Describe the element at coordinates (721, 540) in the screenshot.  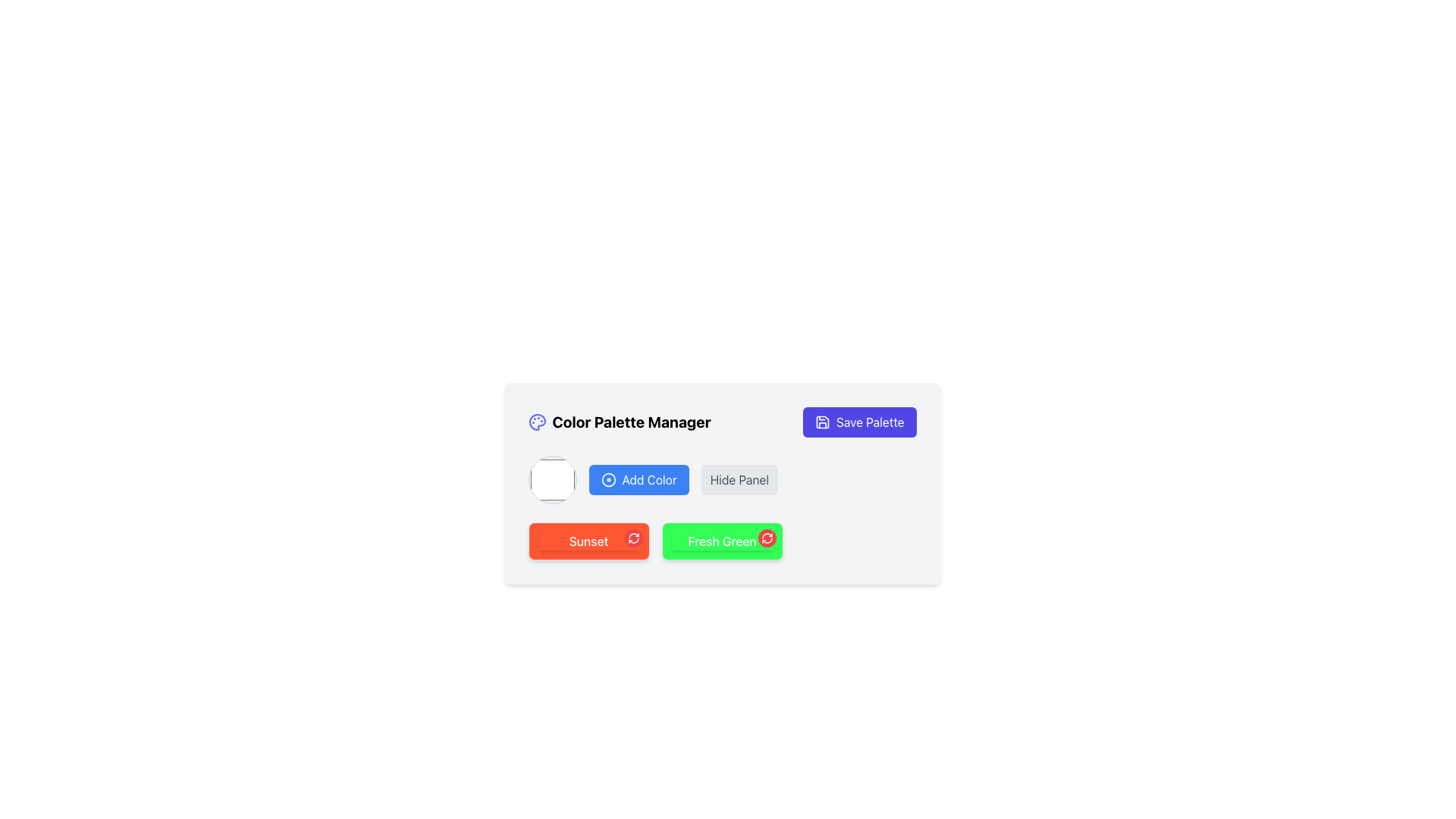
I see `the 'Fresh Green' button, which is the second button in a three-column grid of color-themed buttons, located next to the 'Sunset' button` at that location.